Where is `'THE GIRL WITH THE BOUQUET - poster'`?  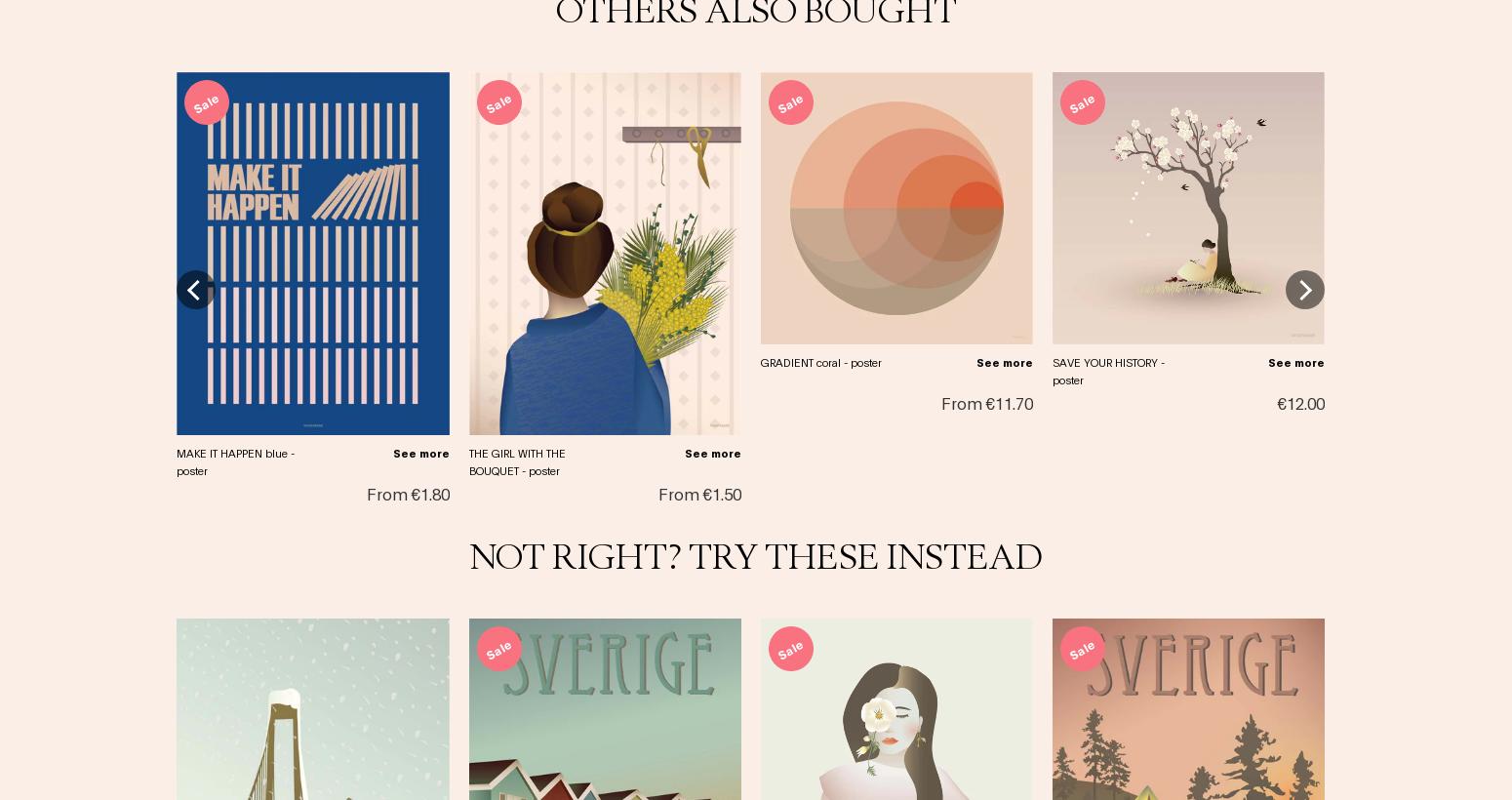
'THE GIRL WITH THE BOUQUET - poster' is located at coordinates (515, 460).